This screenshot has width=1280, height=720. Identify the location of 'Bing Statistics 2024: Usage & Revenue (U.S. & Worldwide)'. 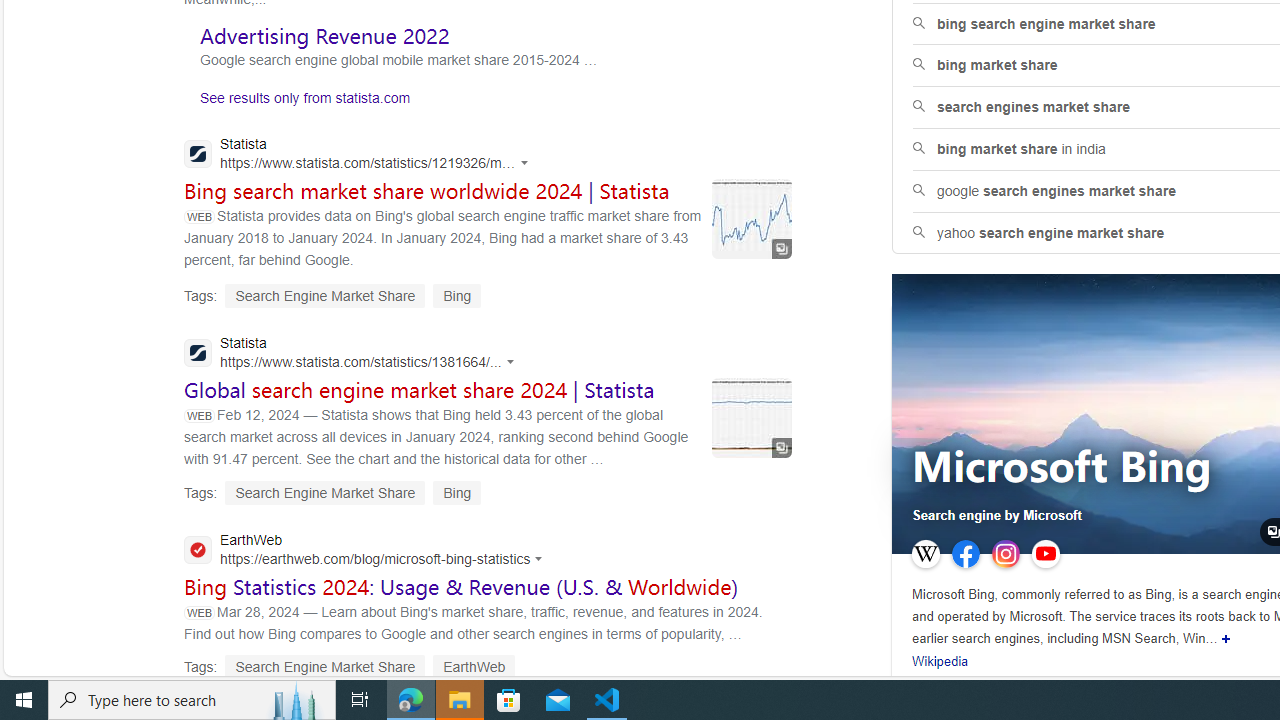
(460, 585).